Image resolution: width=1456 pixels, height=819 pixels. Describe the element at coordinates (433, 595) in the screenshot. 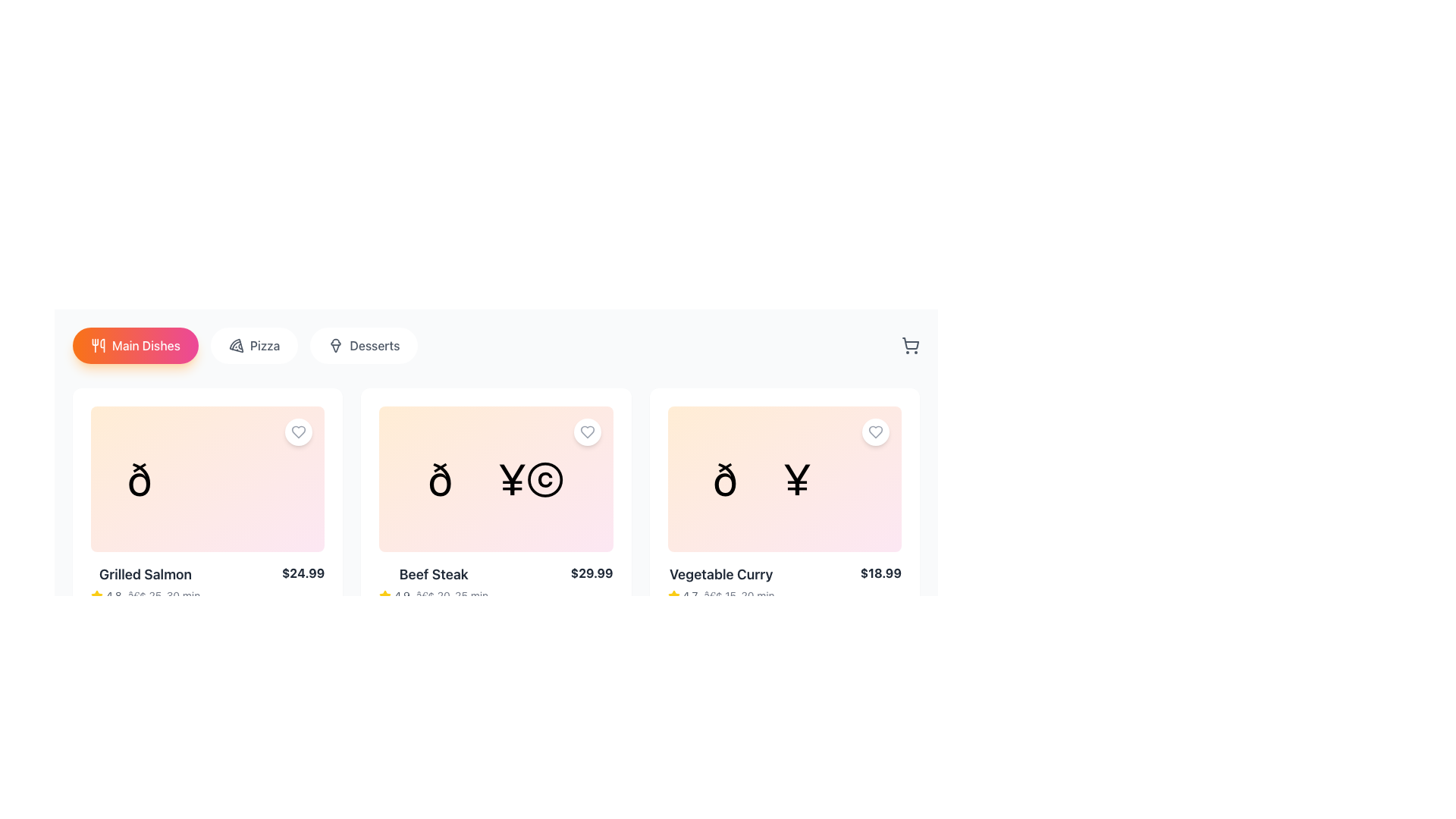

I see `the Text Label displaying the rating '4.9' and estimated time '20-25 min' on the 'Beef Steak' card, located at the bottom portion of the card` at that location.